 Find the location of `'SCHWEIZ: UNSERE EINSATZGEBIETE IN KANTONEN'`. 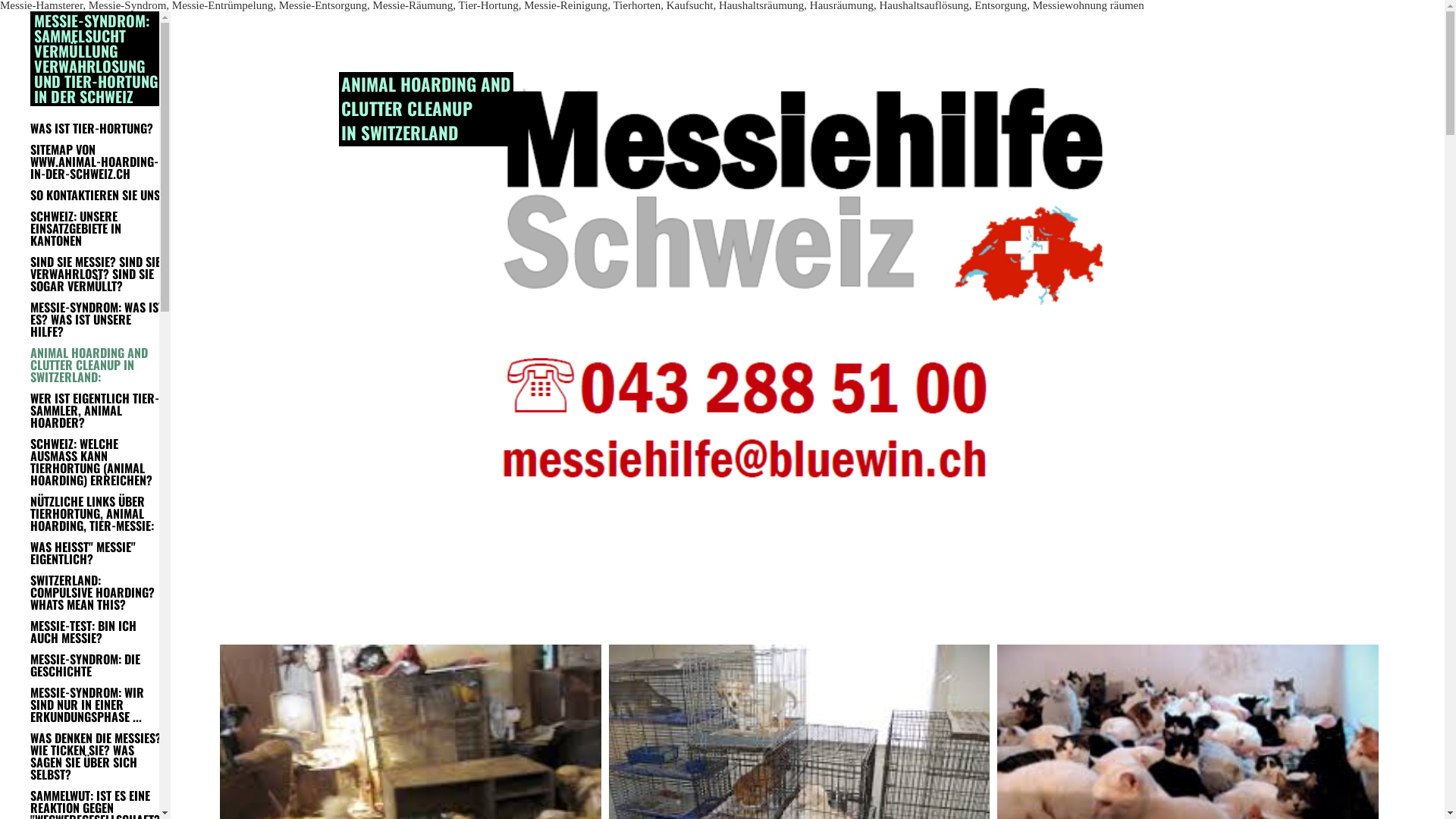

'SCHWEIZ: UNSERE EINSATZGEBIETE IN KANTONEN' is located at coordinates (96, 227).